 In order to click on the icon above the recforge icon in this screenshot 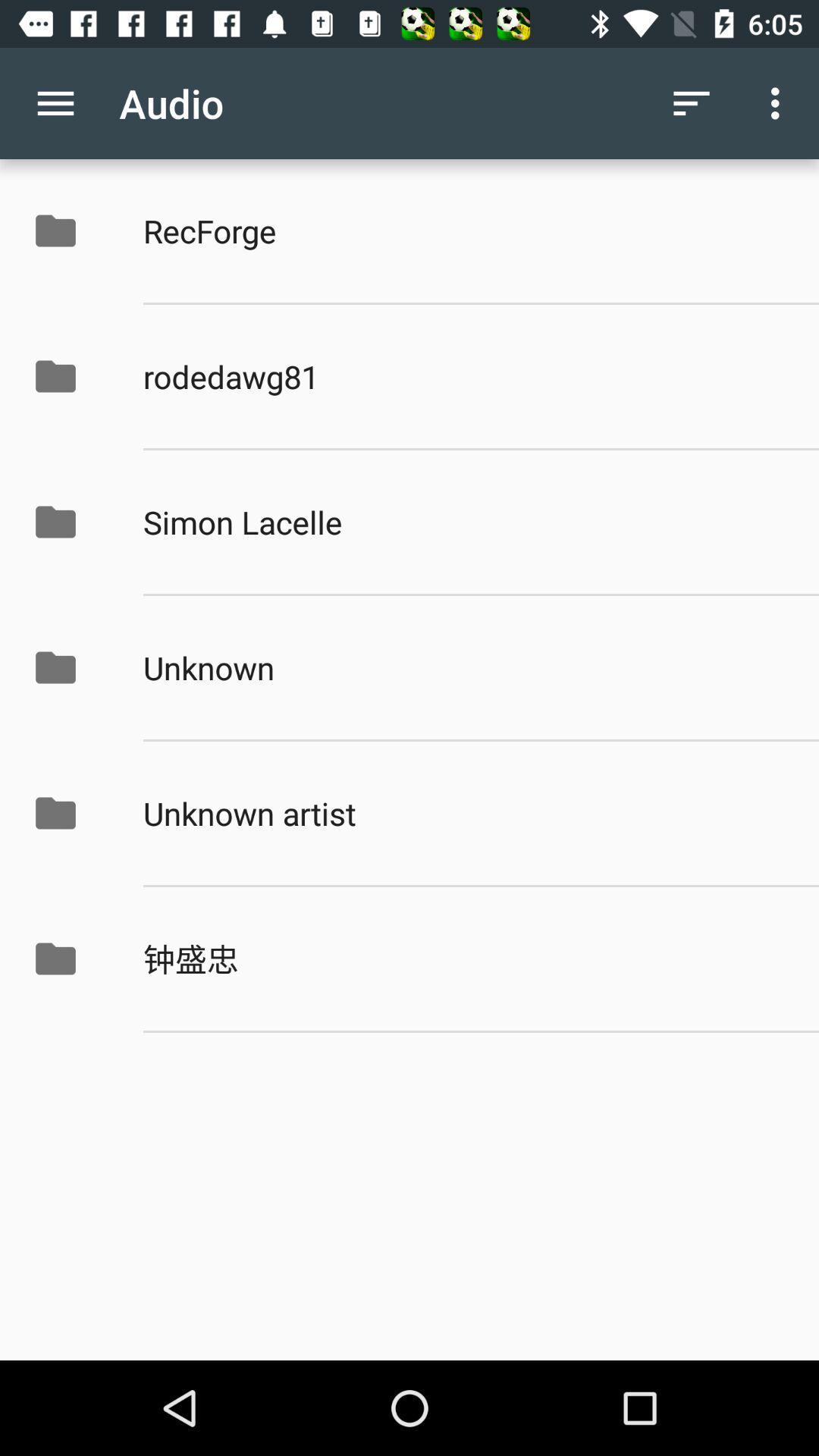, I will do `click(691, 102)`.